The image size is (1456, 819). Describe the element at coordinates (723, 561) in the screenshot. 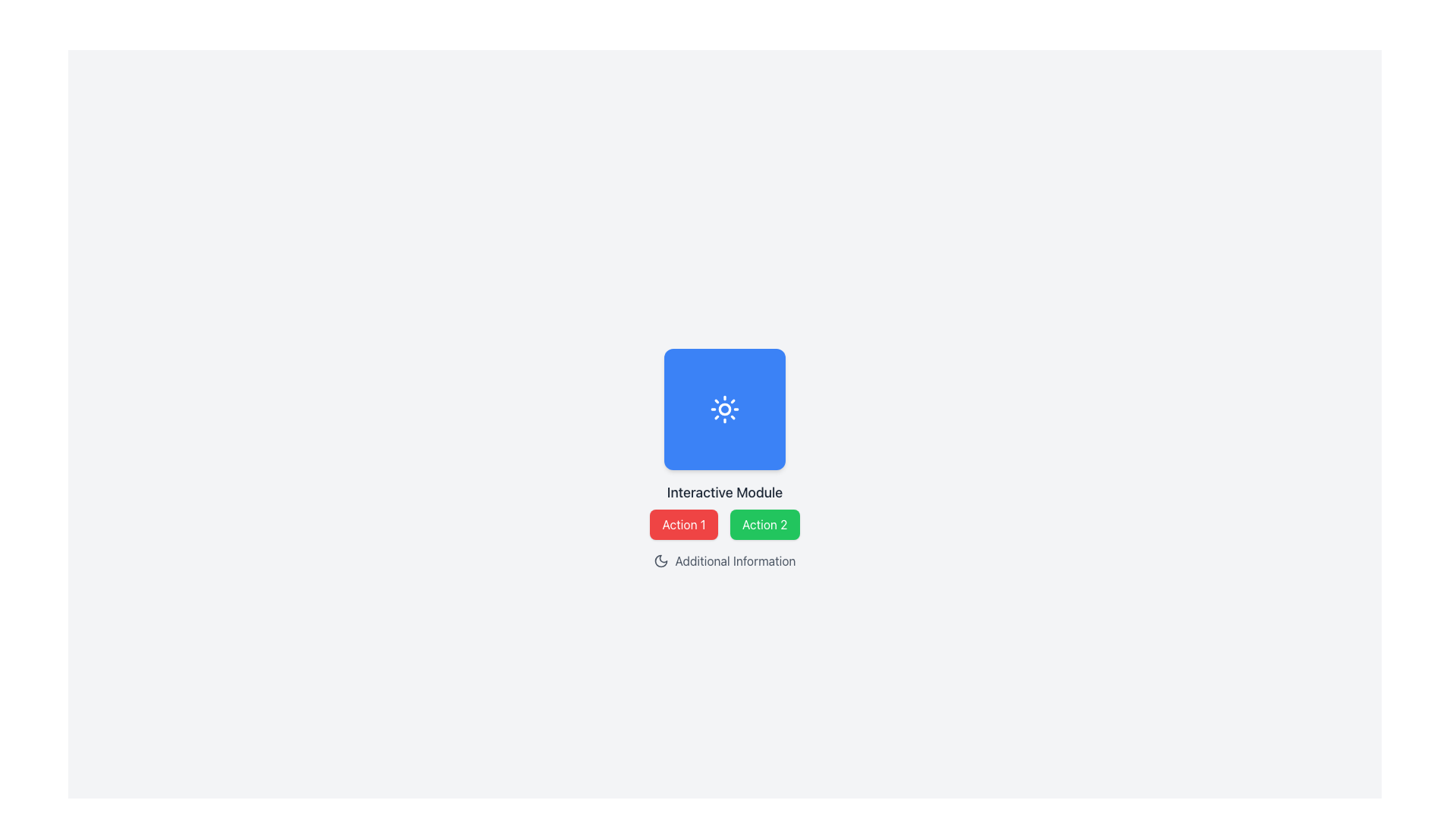

I see `the informational label with icon located at the bottom-middle of the interface, directly beneath the 'Action 1' and 'Action 2' buttons` at that location.